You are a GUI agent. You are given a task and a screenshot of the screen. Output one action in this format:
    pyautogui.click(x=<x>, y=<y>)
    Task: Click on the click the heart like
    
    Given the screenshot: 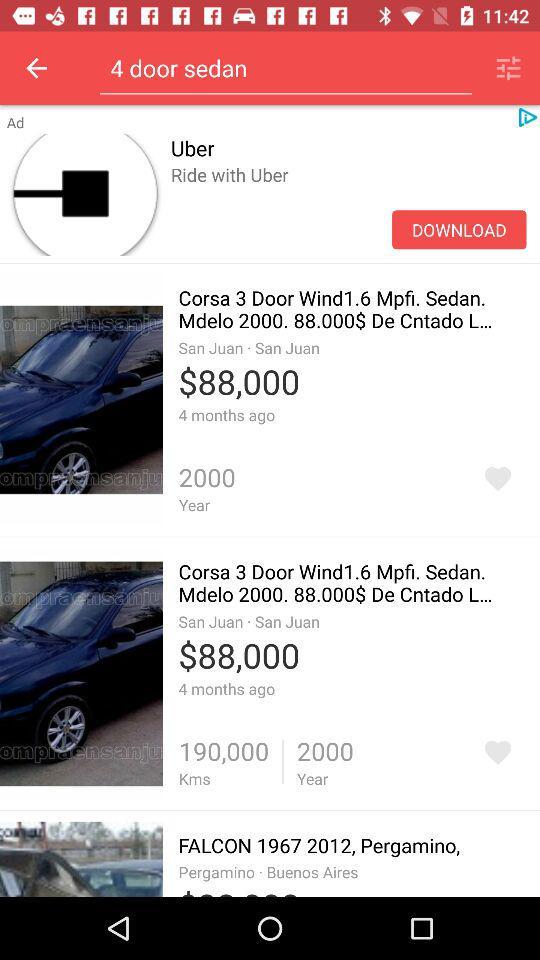 What is the action you would take?
    pyautogui.click(x=496, y=751)
    